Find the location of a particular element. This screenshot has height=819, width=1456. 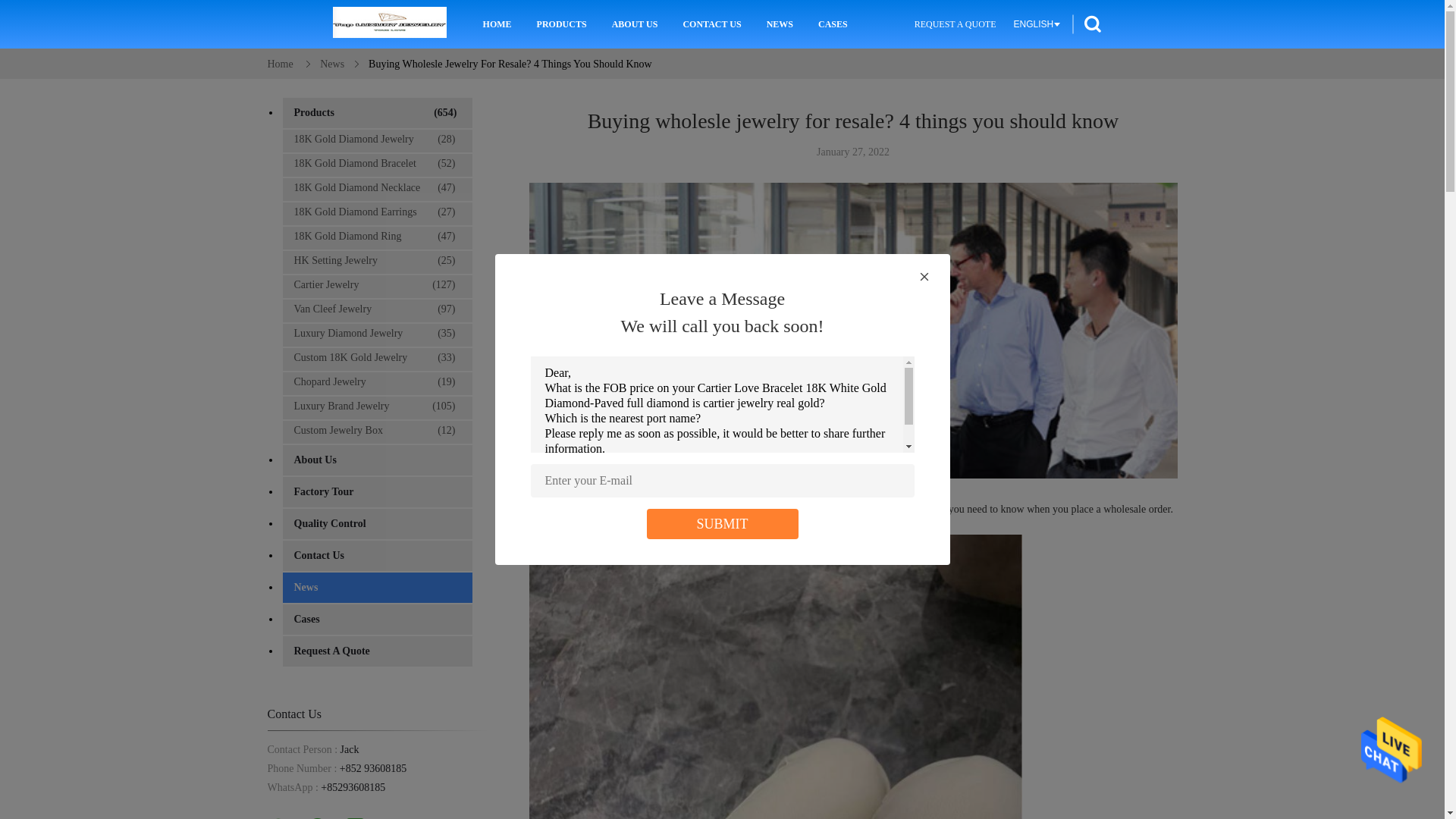

'Cartier Jewelry is located at coordinates (375, 284).